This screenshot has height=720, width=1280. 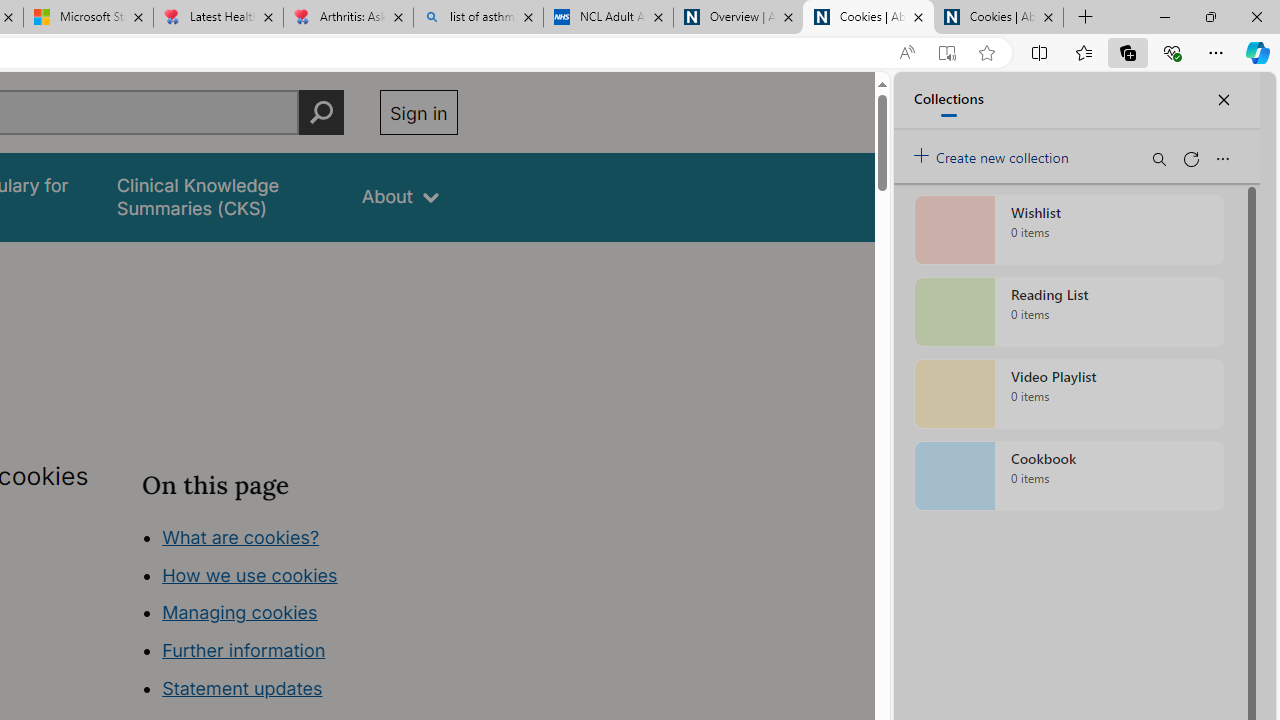 I want to click on 'Class: in-page-nav__list', so click(x=298, y=614).